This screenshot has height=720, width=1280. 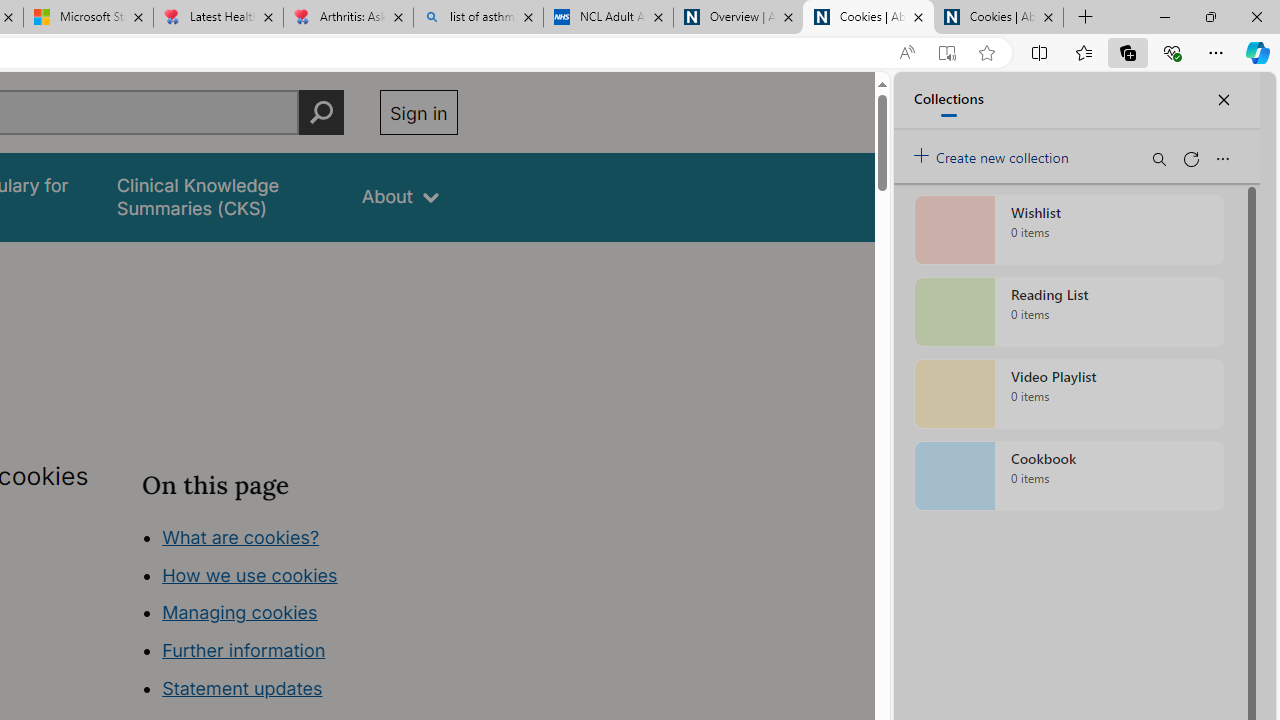 I want to click on 'Class: in-page-nav__list', so click(x=298, y=614).